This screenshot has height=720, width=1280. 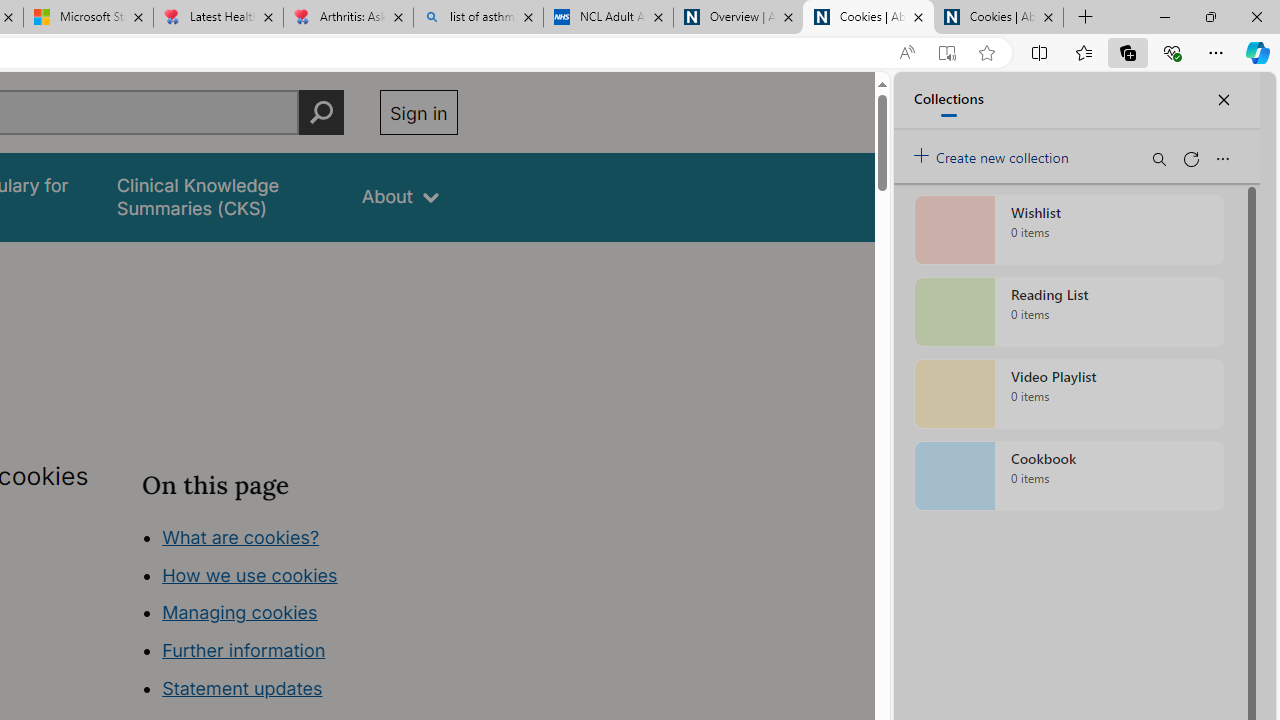 I want to click on 'Class: in-page-nav__list', so click(x=298, y=614).